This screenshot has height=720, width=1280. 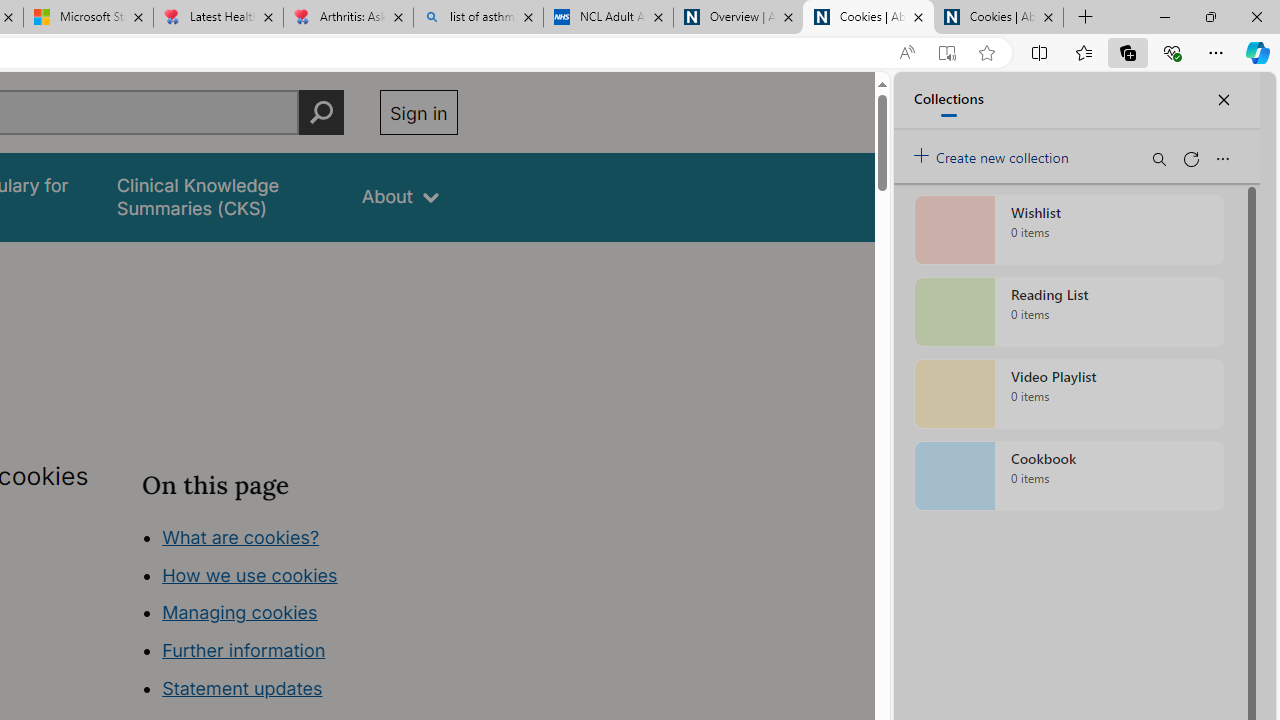 I want to click on 'Class: in-page-nav__list', so click(x=298, y=614).